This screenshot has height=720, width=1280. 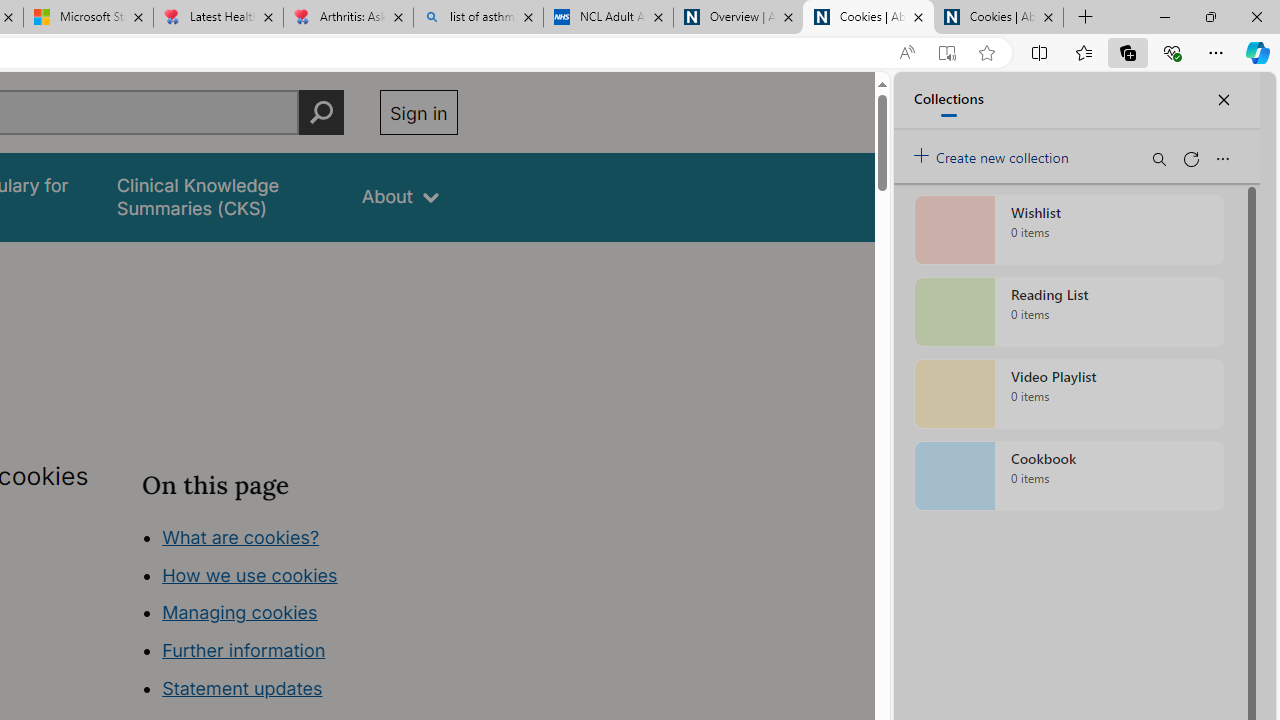 I want to click on 'Class: in-page-nav__list', so click(x=298, y=614).